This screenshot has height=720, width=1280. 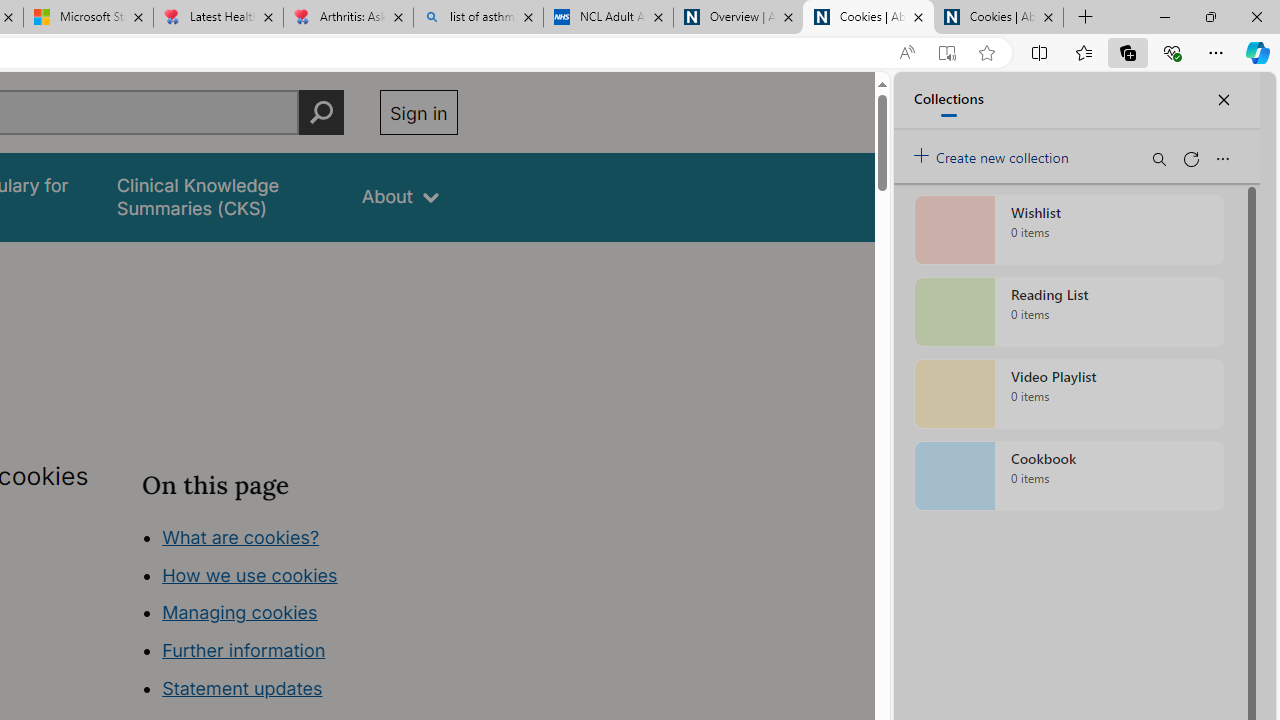 I want to click on 'Class: in-page-nav__list', so click(x=298, y=614).